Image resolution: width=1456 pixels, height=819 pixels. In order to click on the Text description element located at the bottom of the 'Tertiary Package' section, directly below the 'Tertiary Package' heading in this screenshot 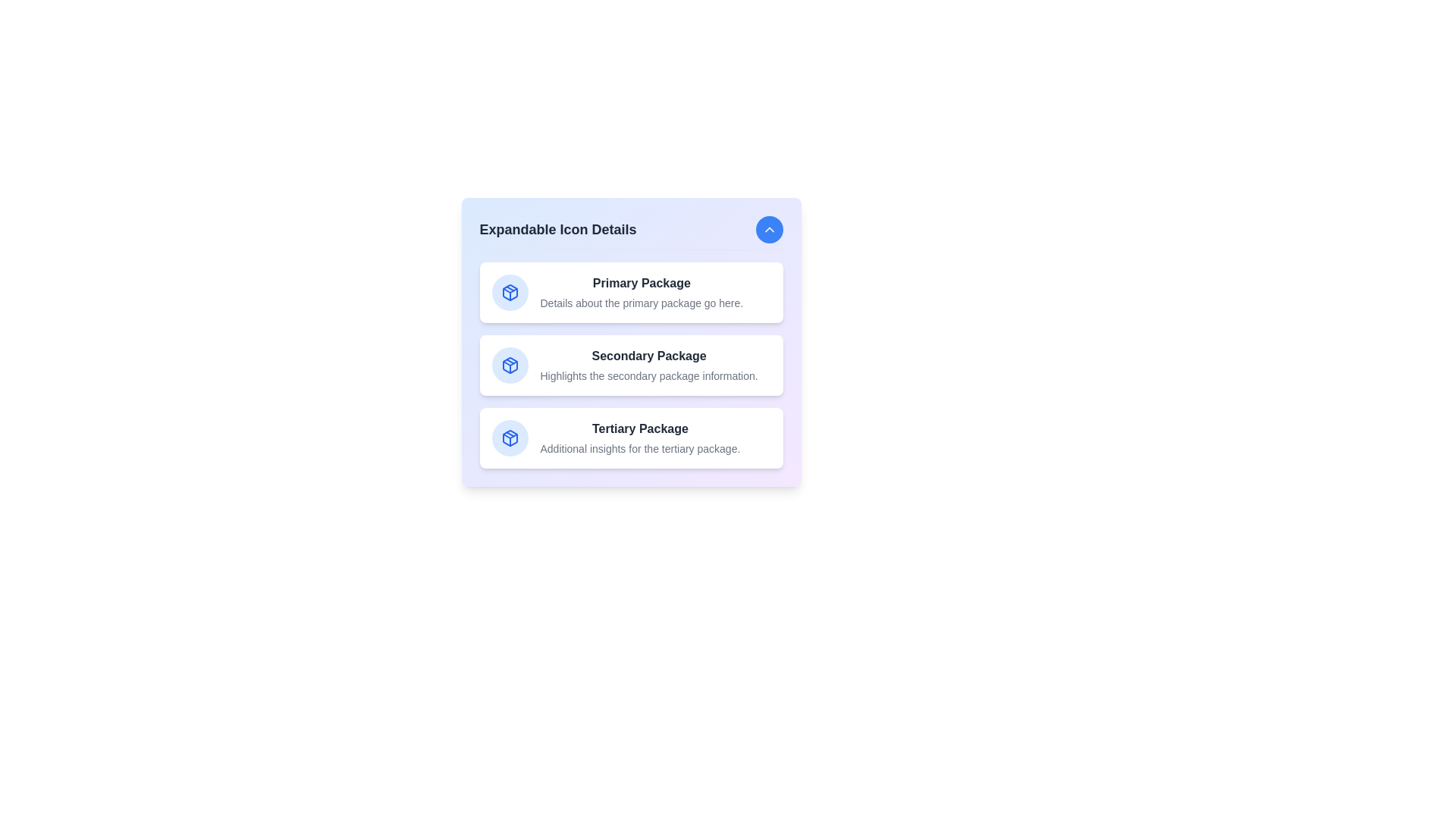, I will do `click(640, 447)`.